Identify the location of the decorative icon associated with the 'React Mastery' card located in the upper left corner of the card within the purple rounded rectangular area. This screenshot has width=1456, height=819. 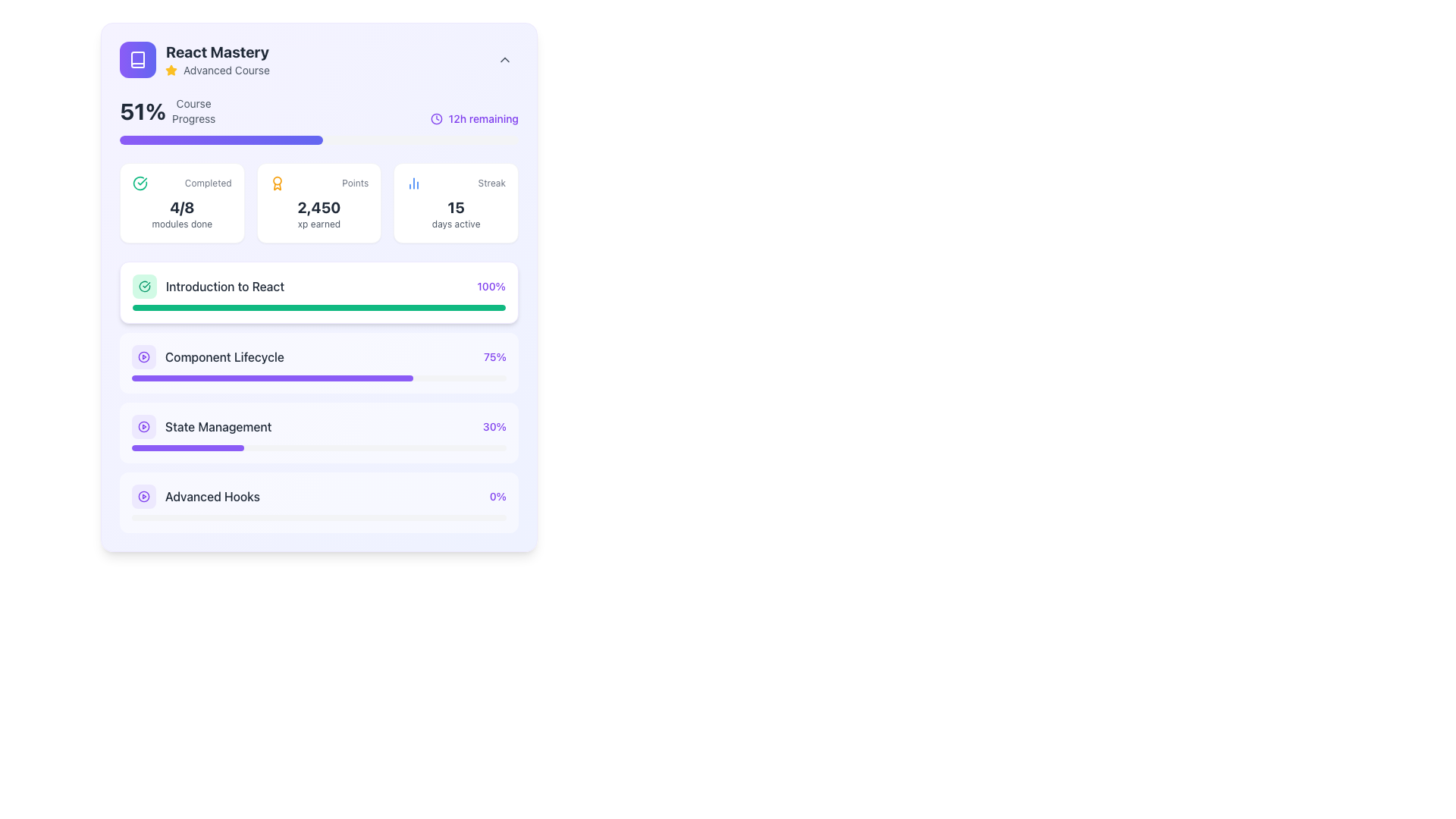
(138, 58).